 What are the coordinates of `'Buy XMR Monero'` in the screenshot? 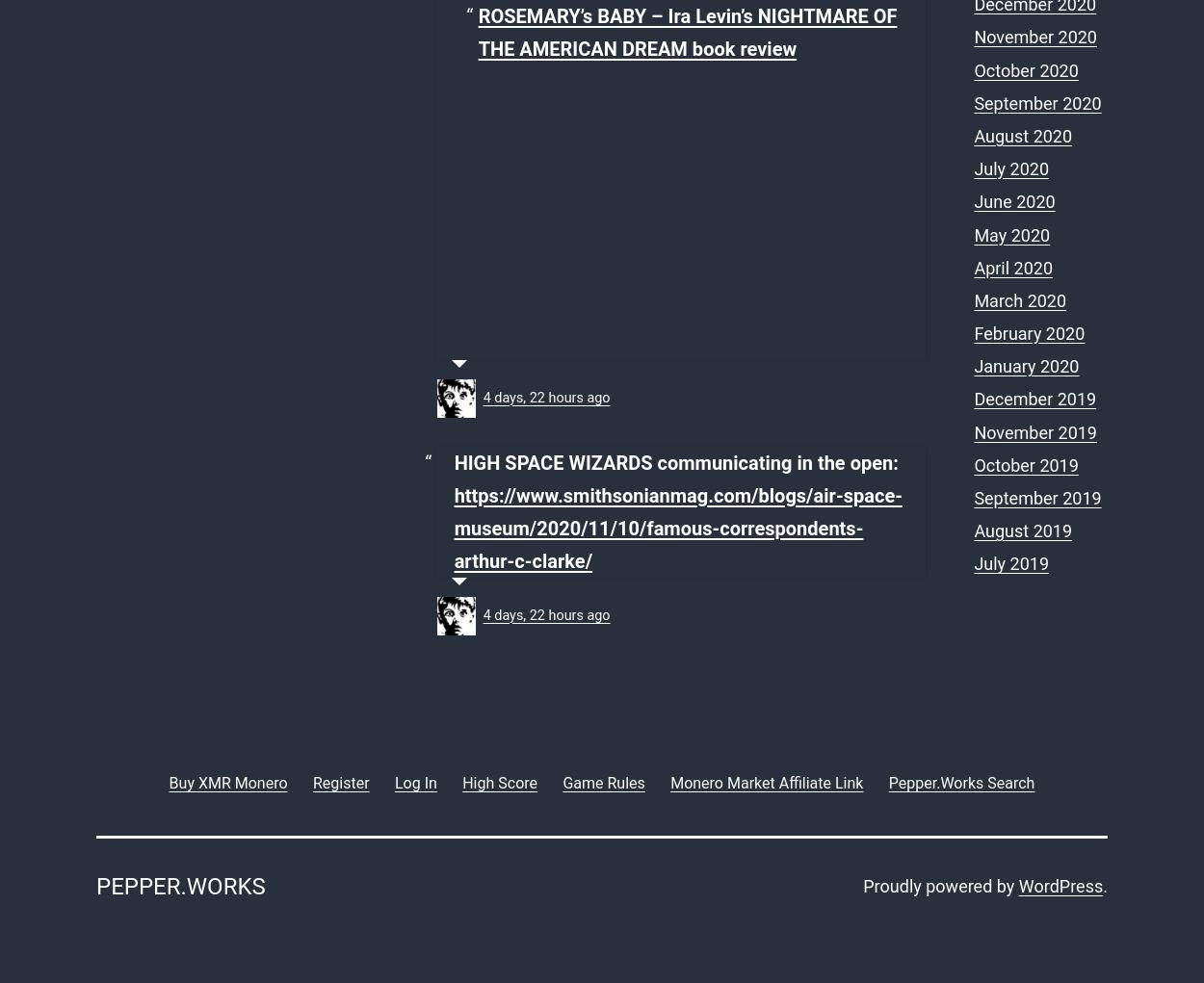 It's located at (226, 781).